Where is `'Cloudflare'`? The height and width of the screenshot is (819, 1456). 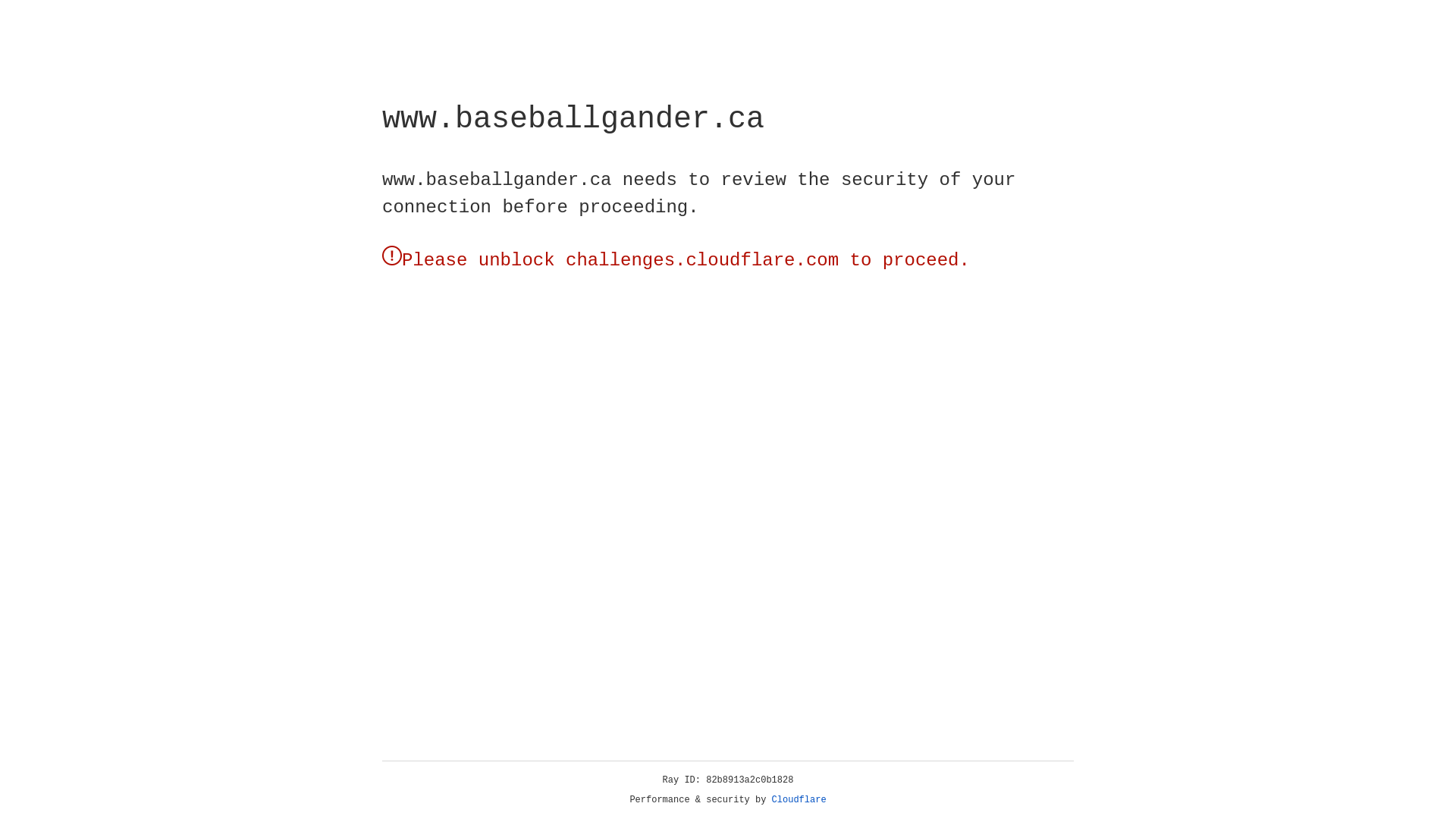
'Cloudflare' is located at coordinates (799, 799).